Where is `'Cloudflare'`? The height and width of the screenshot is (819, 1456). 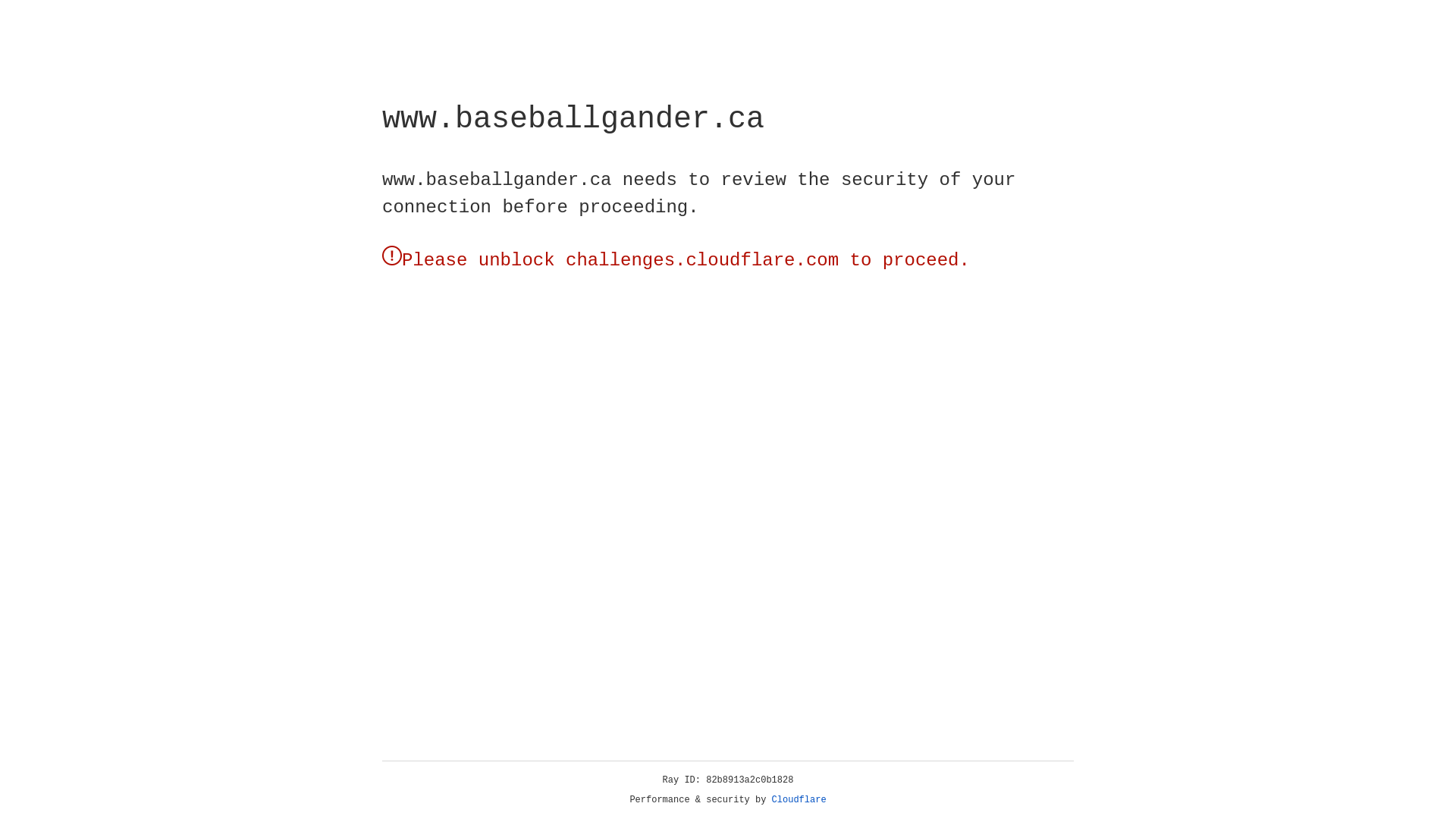
'Cloudflare' is located at coordinates (799, 799).